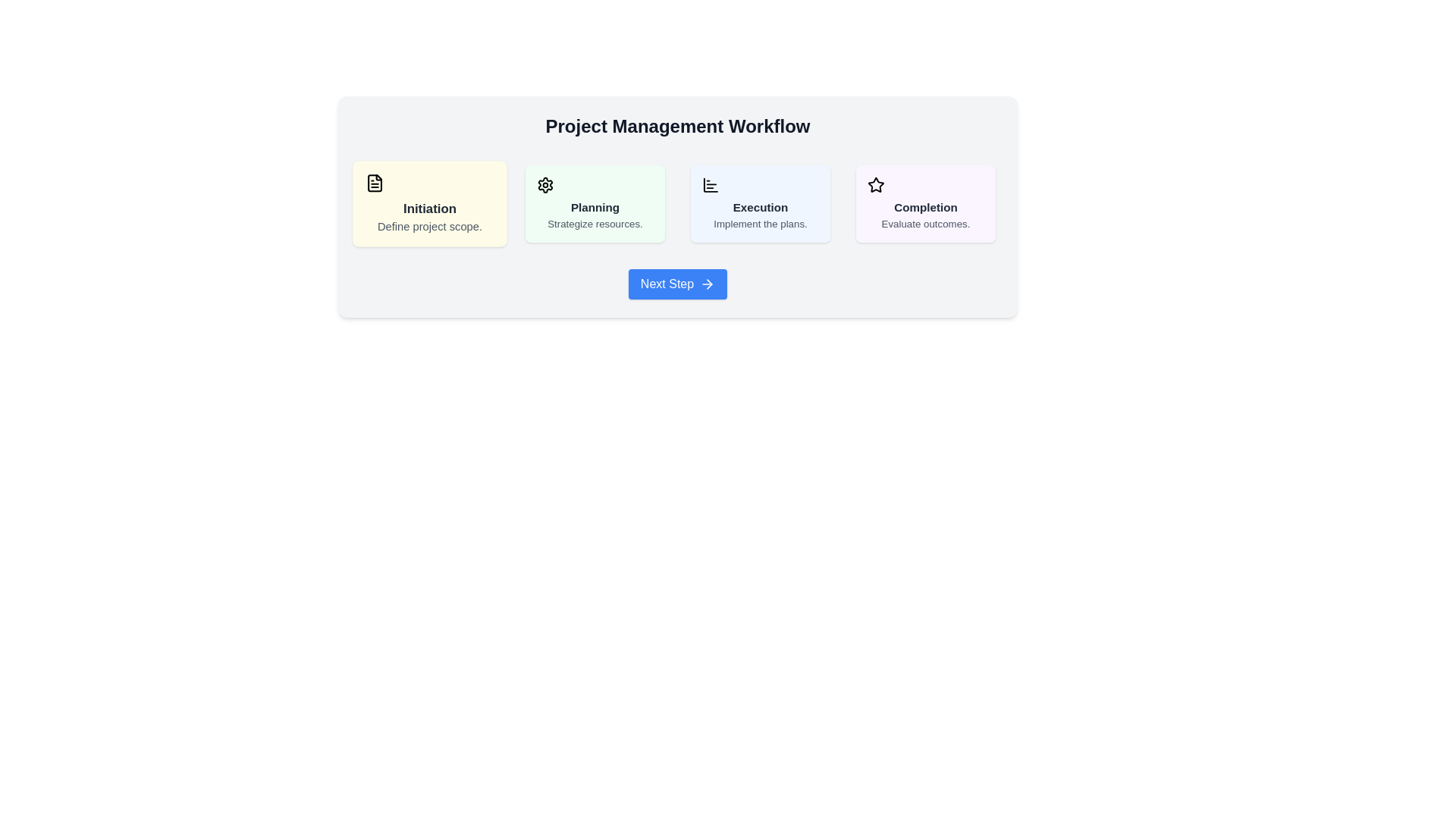  Describe the element at coordinates (595, 207) in the screenshot. I see `the static text label that serves as the title for the 'Planning' section, which is located in the center of the interface` at that location.